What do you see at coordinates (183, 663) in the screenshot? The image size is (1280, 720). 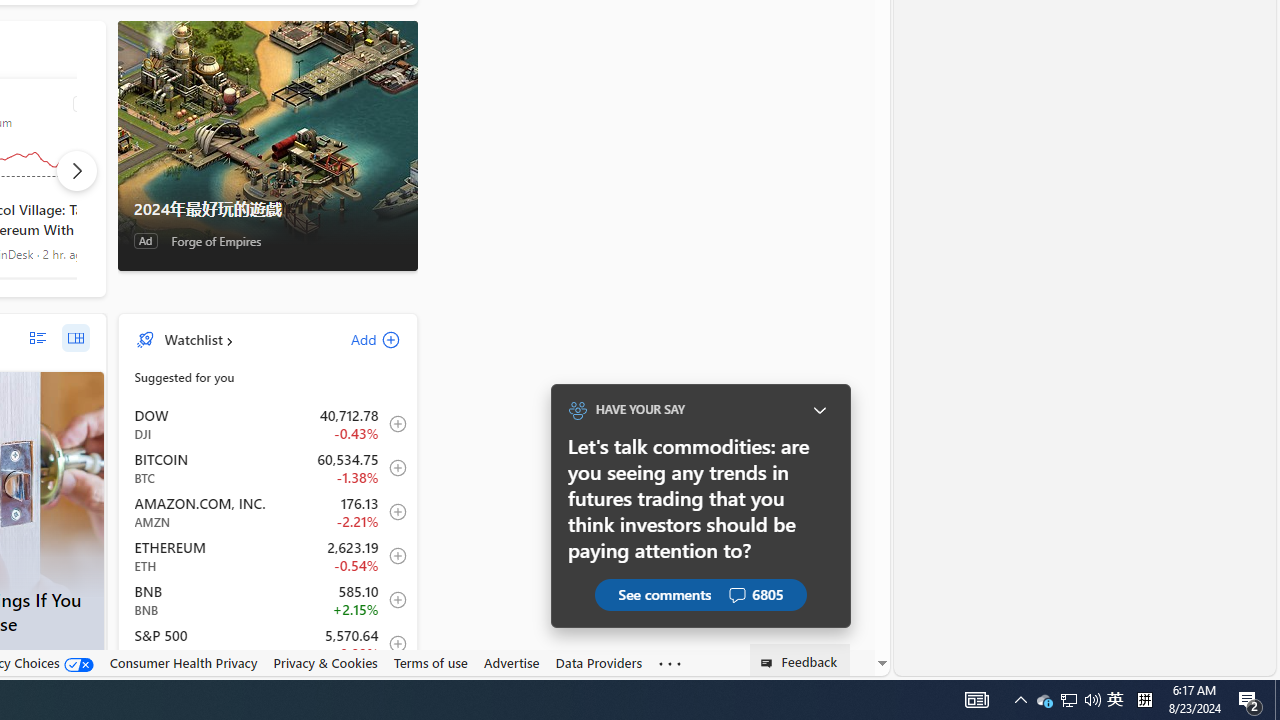 I see `'Consumer Health Privacy'` at bounding box center [183, 663].